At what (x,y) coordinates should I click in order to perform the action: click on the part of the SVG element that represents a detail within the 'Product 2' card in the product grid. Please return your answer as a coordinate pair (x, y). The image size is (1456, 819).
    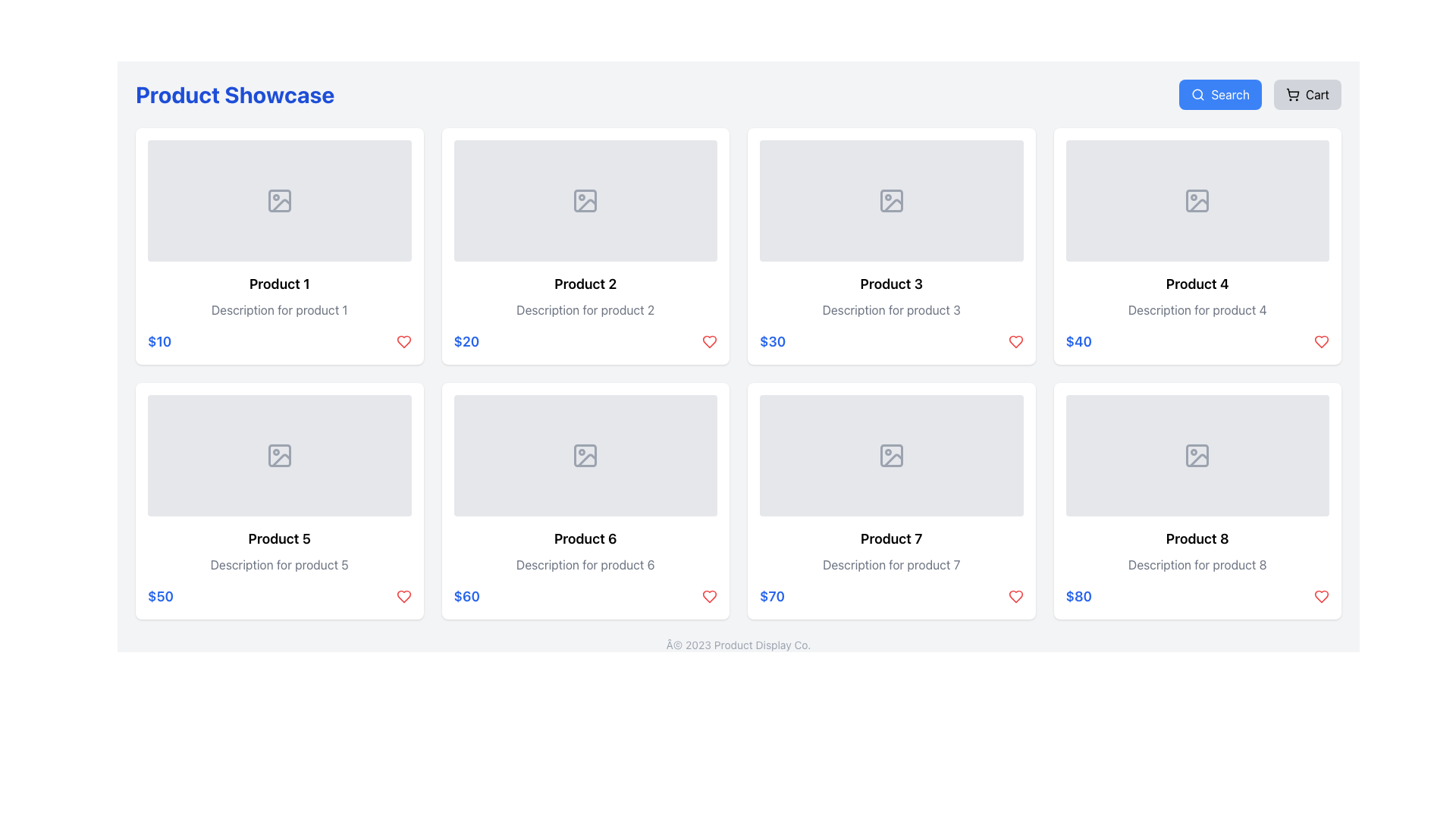
    Looking at the image, I should click on (586, 206).